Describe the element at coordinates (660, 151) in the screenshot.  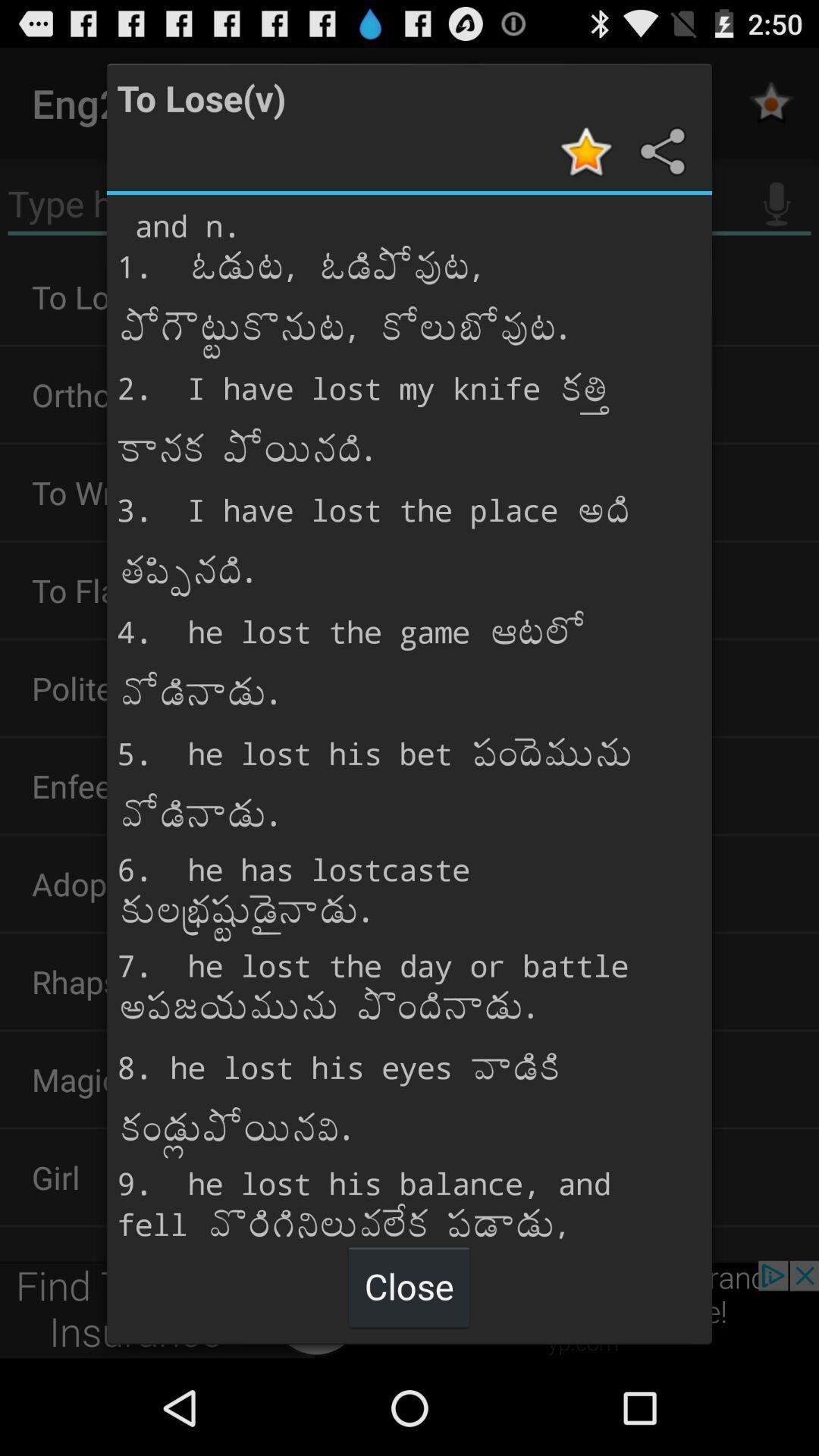
I see `share information` at that location.